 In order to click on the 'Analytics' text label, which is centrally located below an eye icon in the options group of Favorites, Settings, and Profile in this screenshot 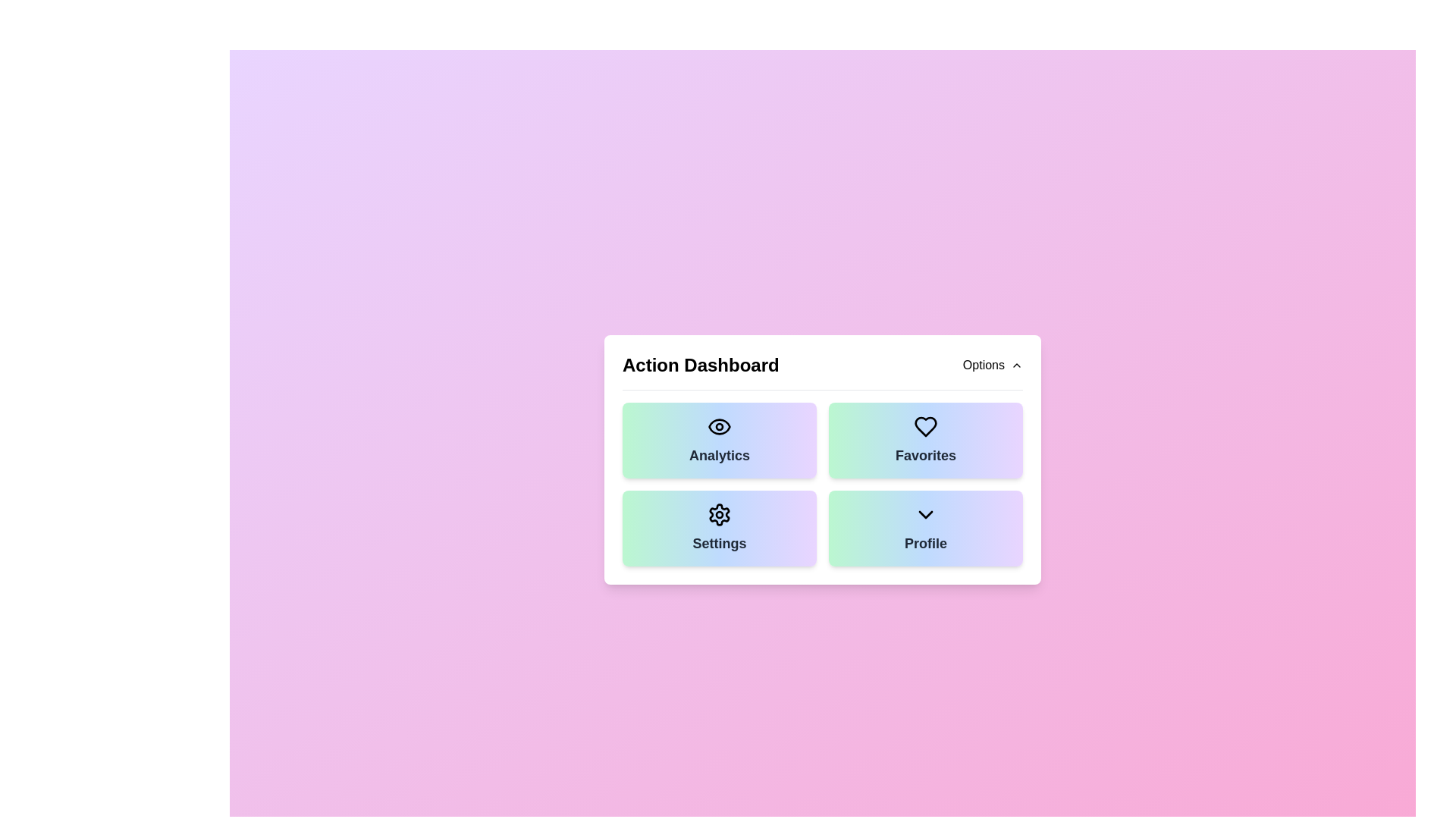, I will do `click(719, 454)`.